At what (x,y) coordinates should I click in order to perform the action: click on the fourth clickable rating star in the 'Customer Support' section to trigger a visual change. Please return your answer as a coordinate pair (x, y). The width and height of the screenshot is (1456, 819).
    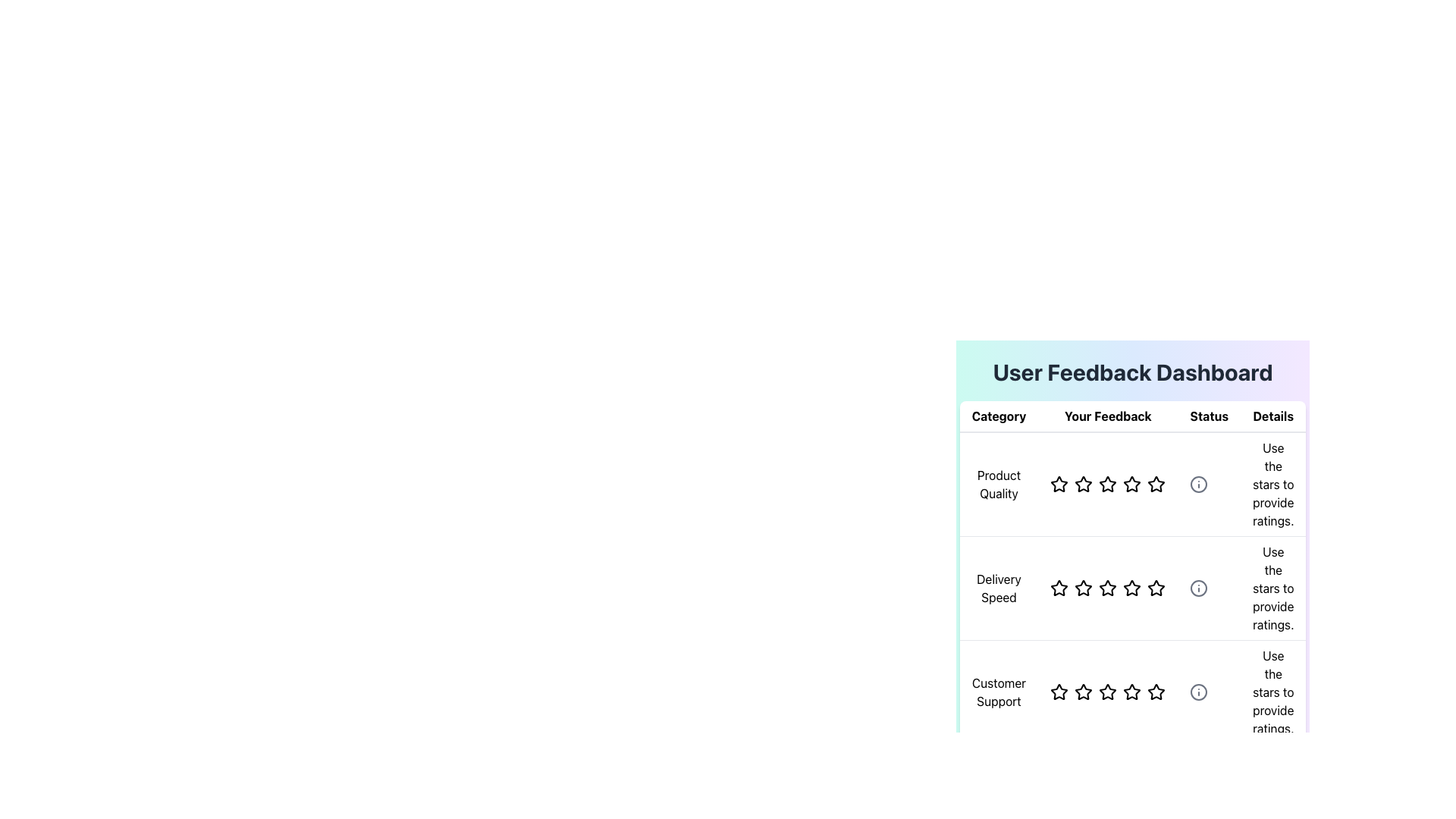
    Looking at the image, I should click on (1108, 692).